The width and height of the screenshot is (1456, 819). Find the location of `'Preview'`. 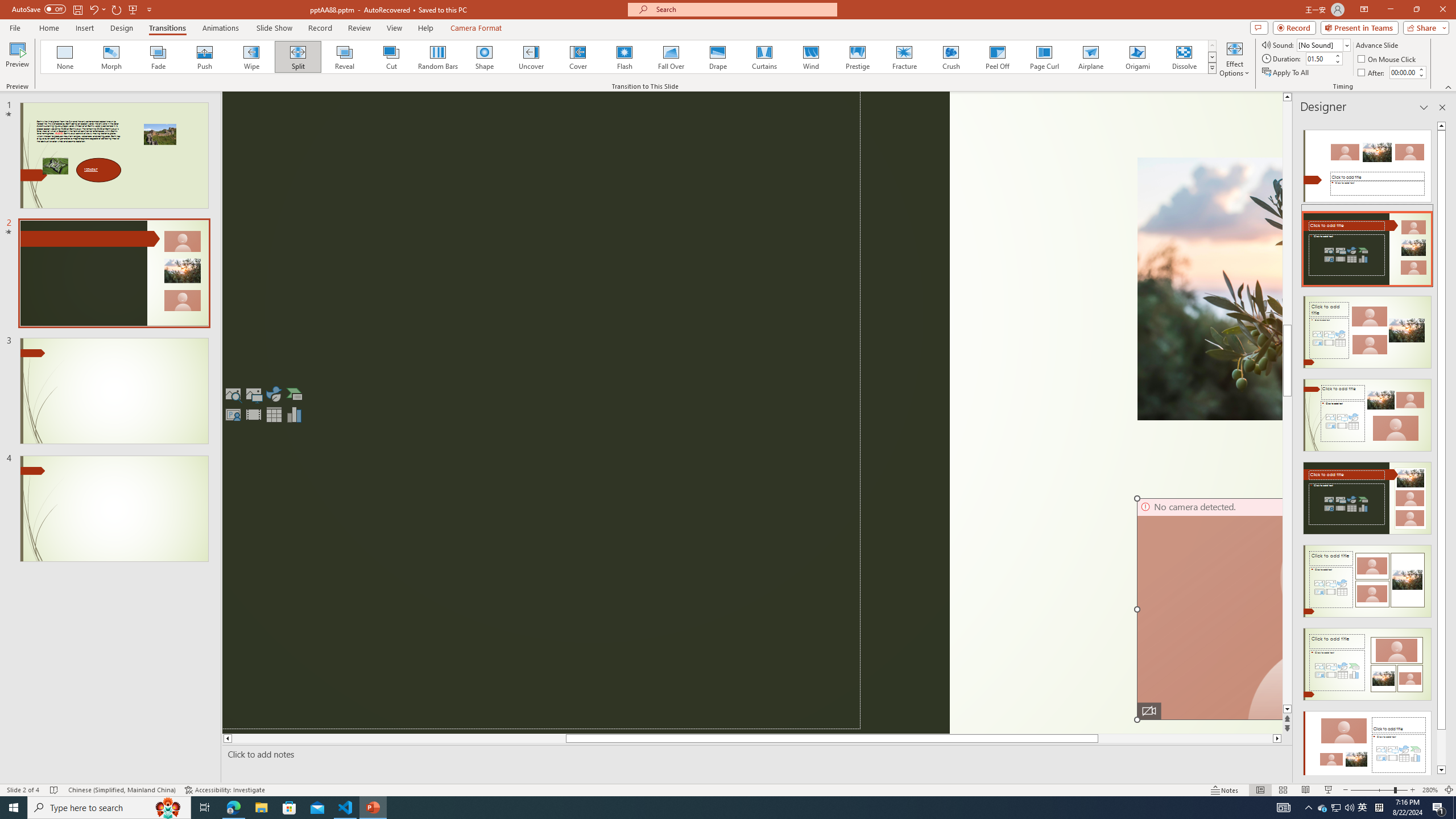

'Preview' is located at coordinates (16, 59).